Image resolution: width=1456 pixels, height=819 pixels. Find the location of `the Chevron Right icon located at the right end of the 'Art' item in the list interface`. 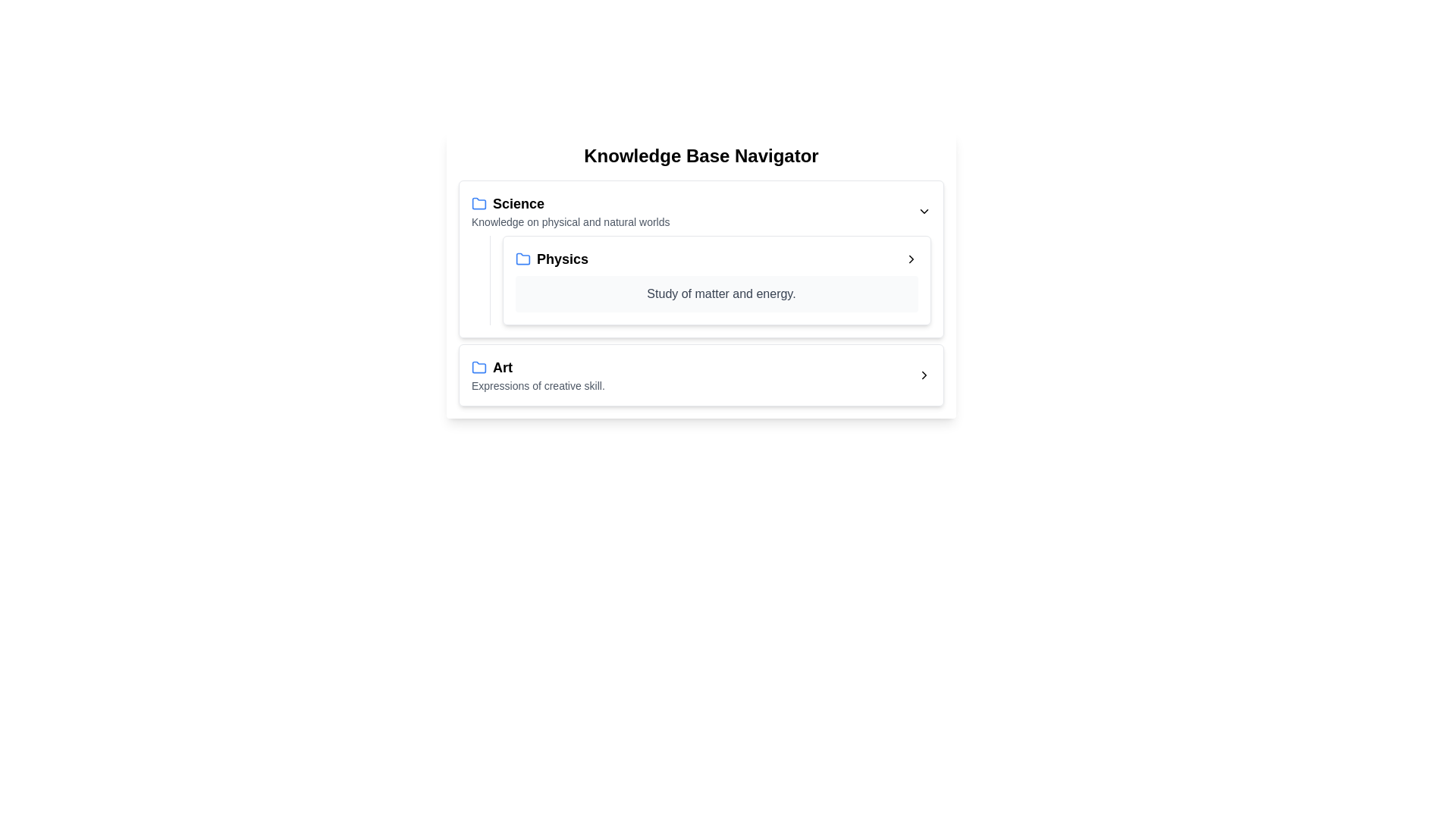

the Chevron Right icon located at the right end of the 'Art' item in the list interface is located at coordinates (924, 375).